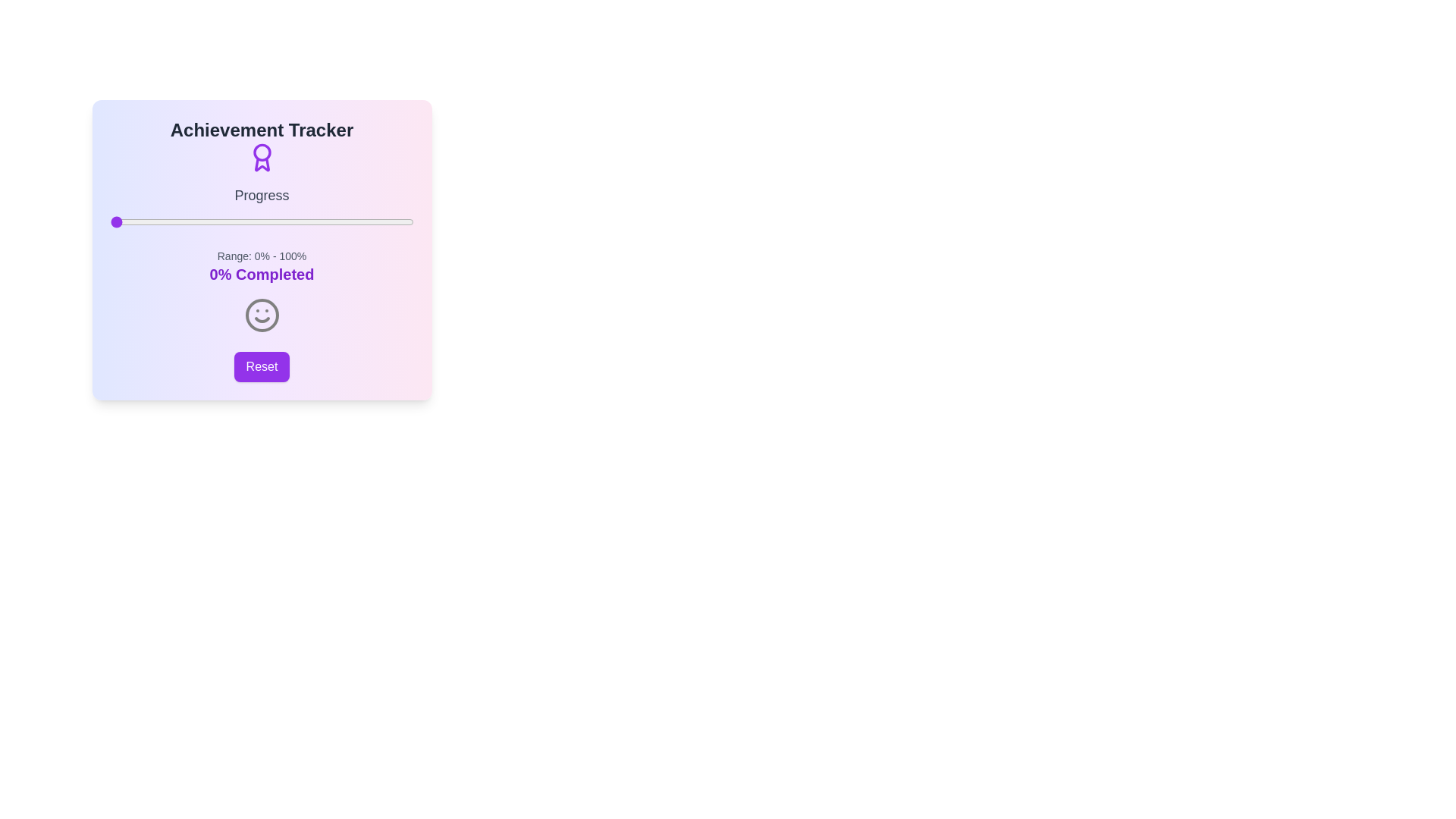  What do you see at coordinates (262, 222) in the screenshot?
I see `the interactive element slider` at bounding box center [262, 222].